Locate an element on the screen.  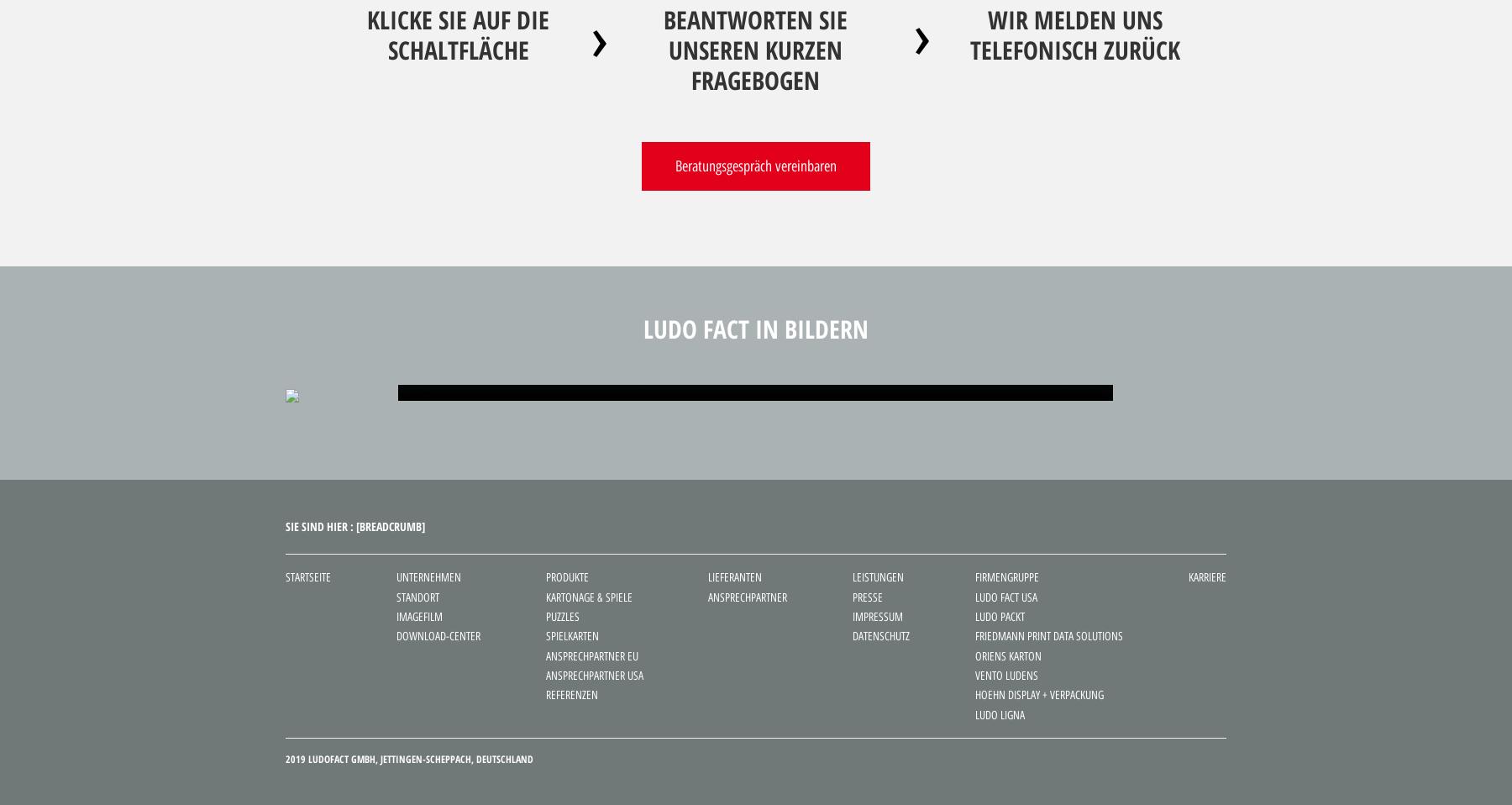
'Vento Ludens' is located at coordinates (1005, 675).